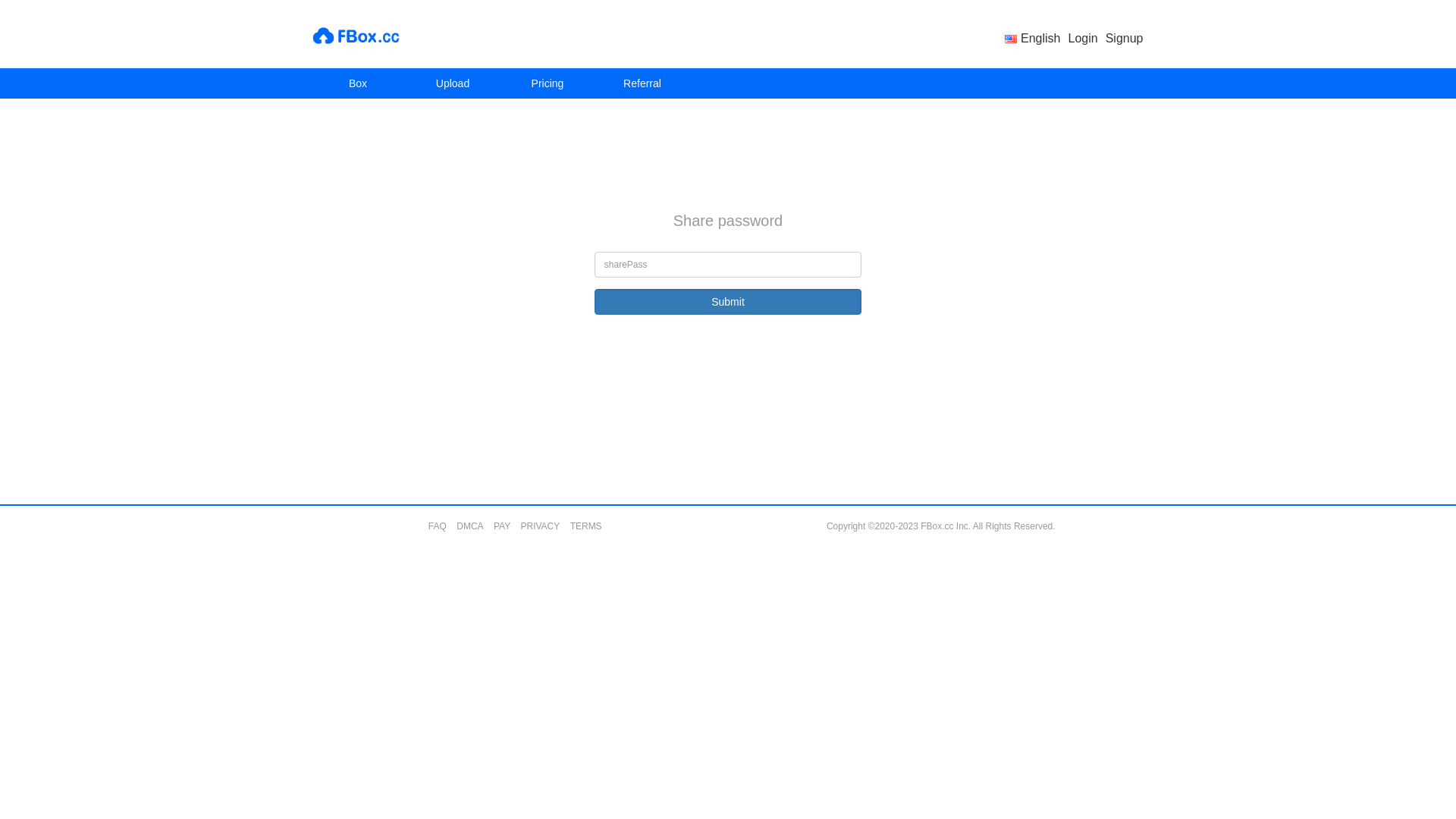 Image resolution: width=1456 pixels, height=819 pixels. Describe the element at coordinates (469, 526) in the screenshot. I see `'DMCA'` at that location.